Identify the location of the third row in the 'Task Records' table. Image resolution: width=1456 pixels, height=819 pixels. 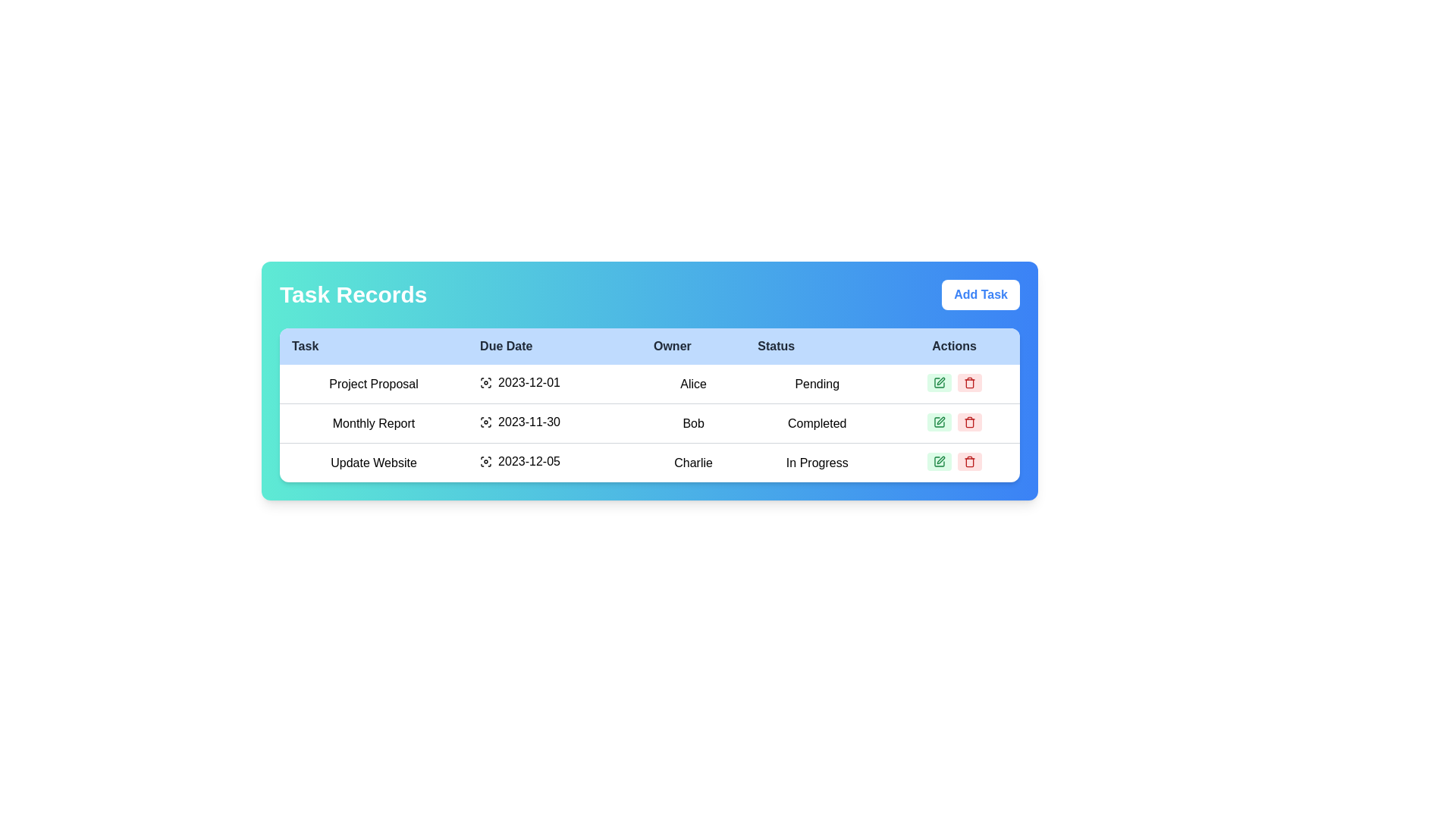
(650, 461).